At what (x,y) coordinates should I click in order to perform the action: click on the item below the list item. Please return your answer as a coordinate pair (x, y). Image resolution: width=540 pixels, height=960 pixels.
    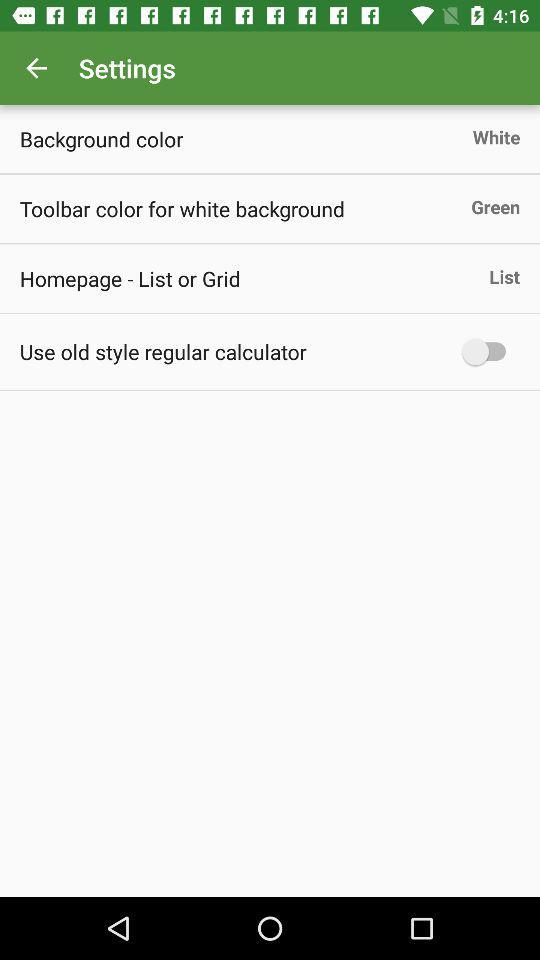
    Looking at the image, I should click on (488, 351).